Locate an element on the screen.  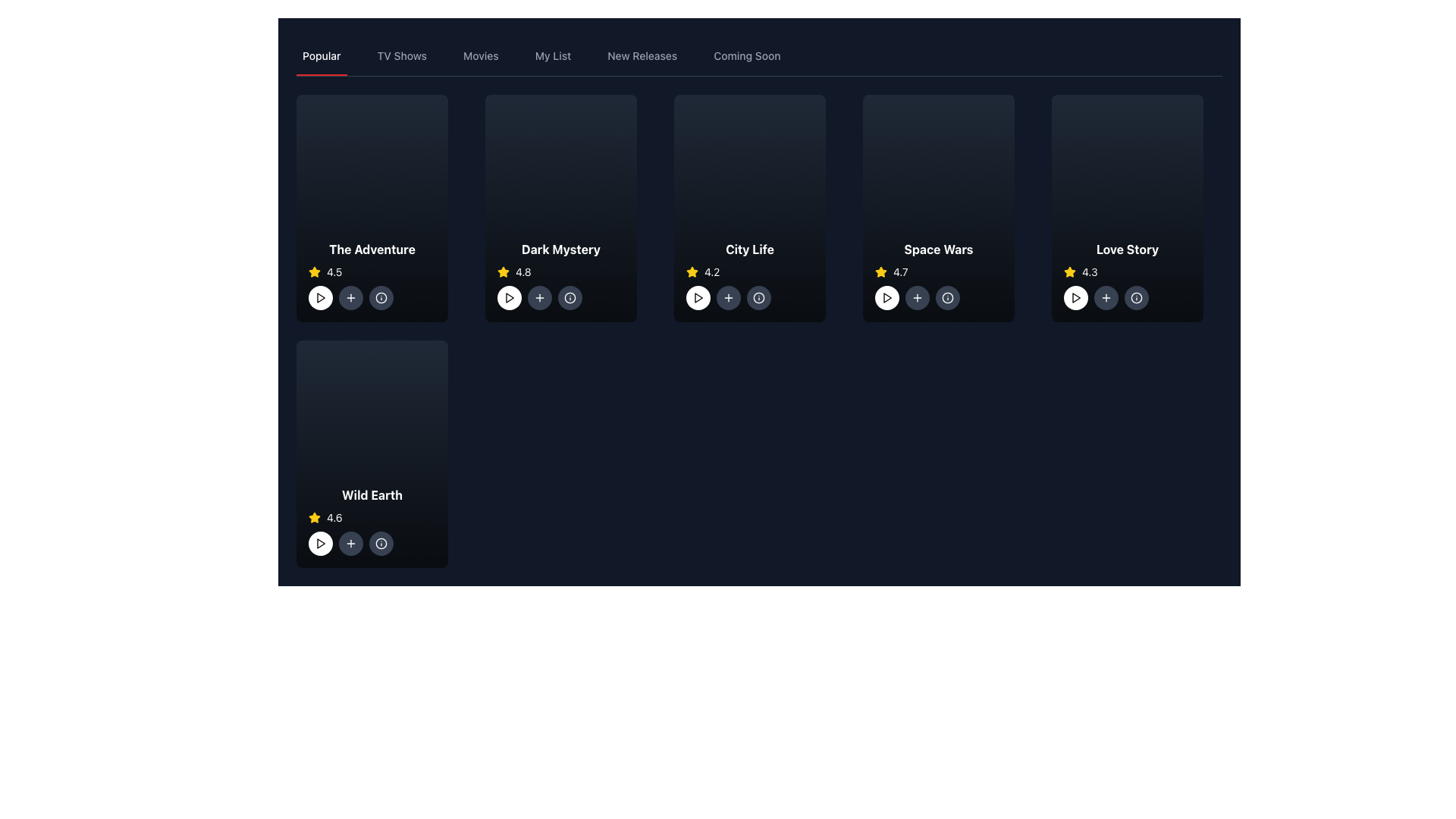
the info icon embedded in the button associated with the 'City Life' movie card is located at coordinates (759, 298).